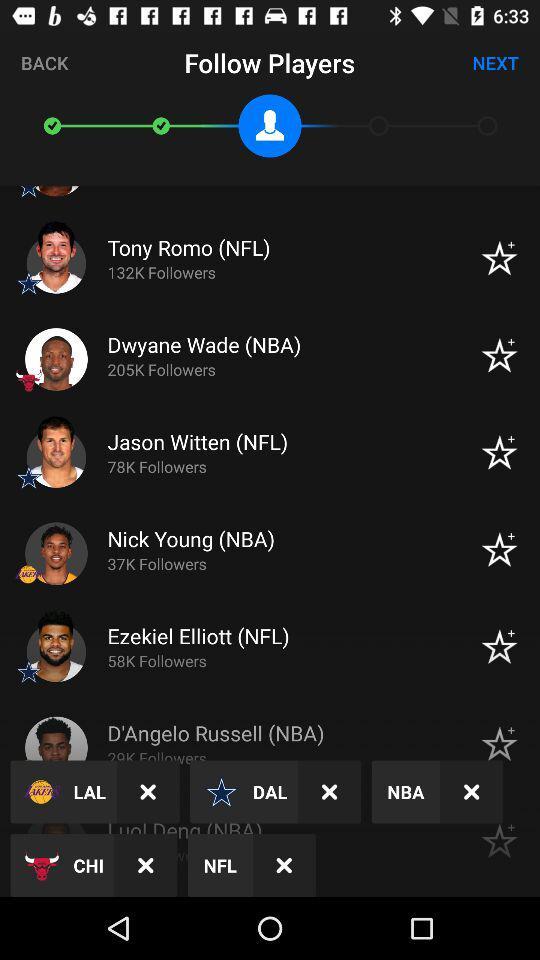  Describe the element at coordinates (329, 792) in the screenshot. I see `icon next to the dal item` at that location.